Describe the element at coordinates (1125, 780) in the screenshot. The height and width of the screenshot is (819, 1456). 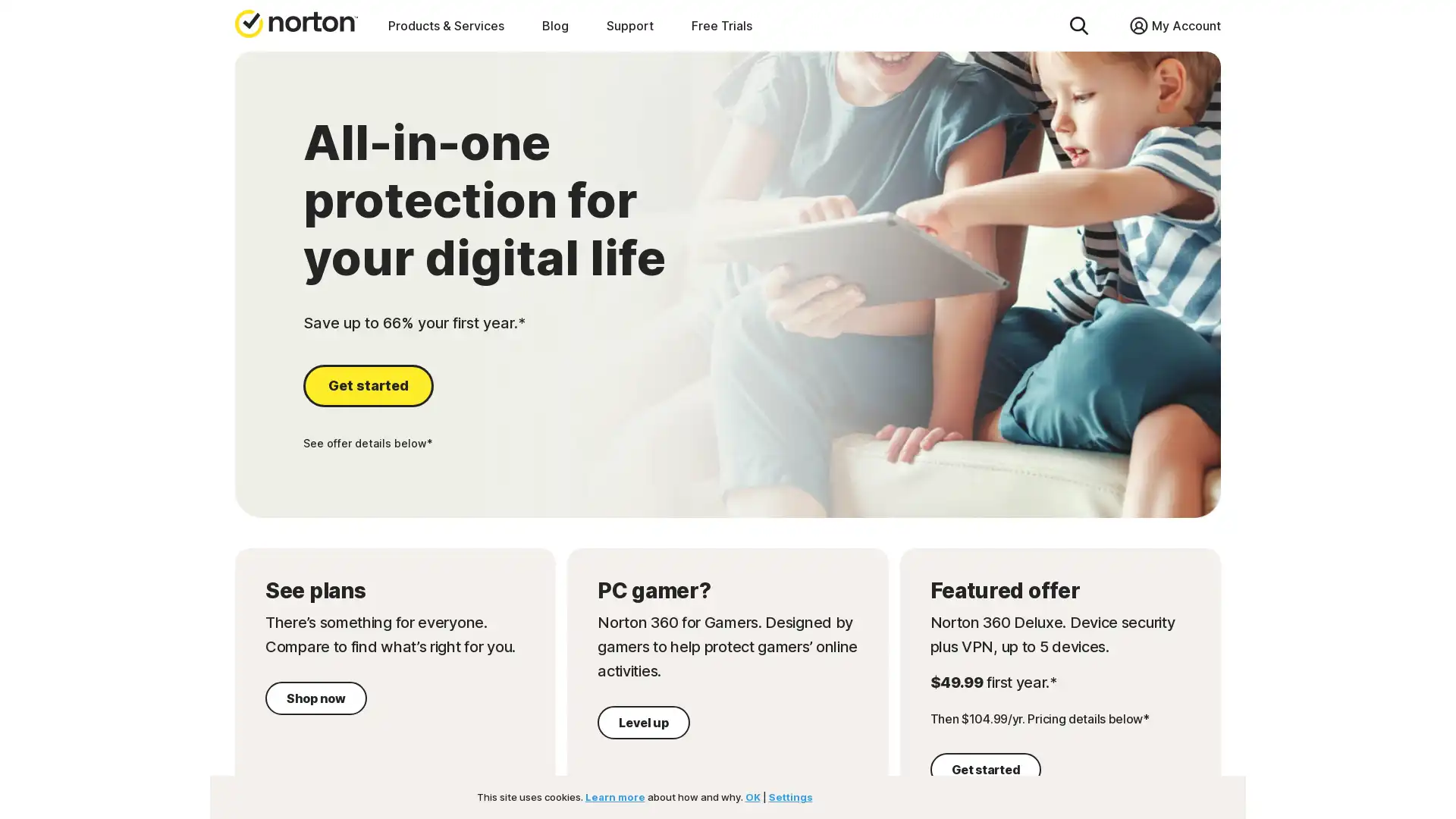
I see `Close consent Widget` at that location.